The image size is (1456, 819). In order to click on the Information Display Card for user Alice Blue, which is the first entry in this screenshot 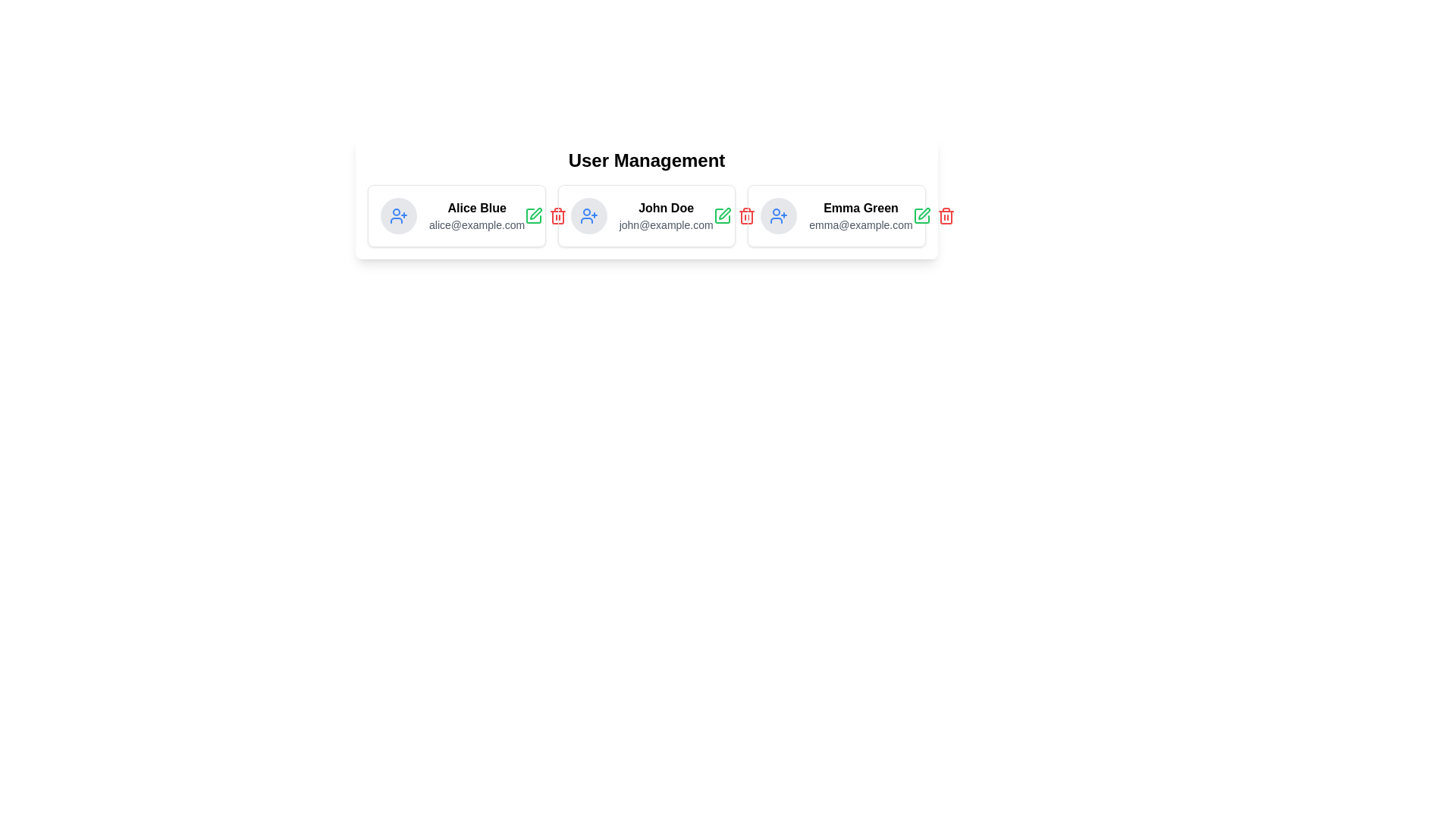, I will do `click(451, 216)`.